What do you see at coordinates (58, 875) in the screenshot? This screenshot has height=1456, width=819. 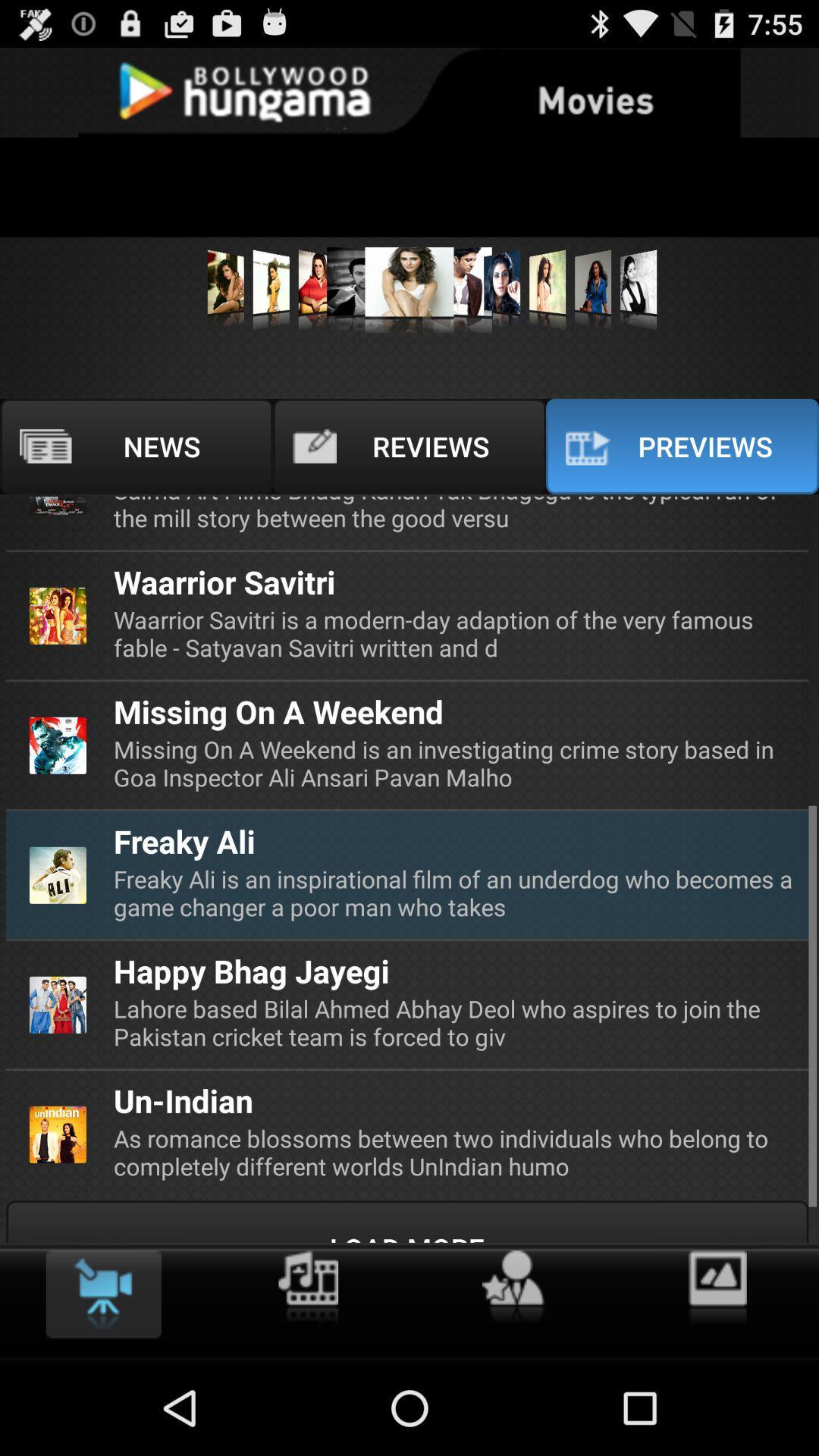 I see `the image to the left side of the freaky ali` at bounding box center [58, 875].